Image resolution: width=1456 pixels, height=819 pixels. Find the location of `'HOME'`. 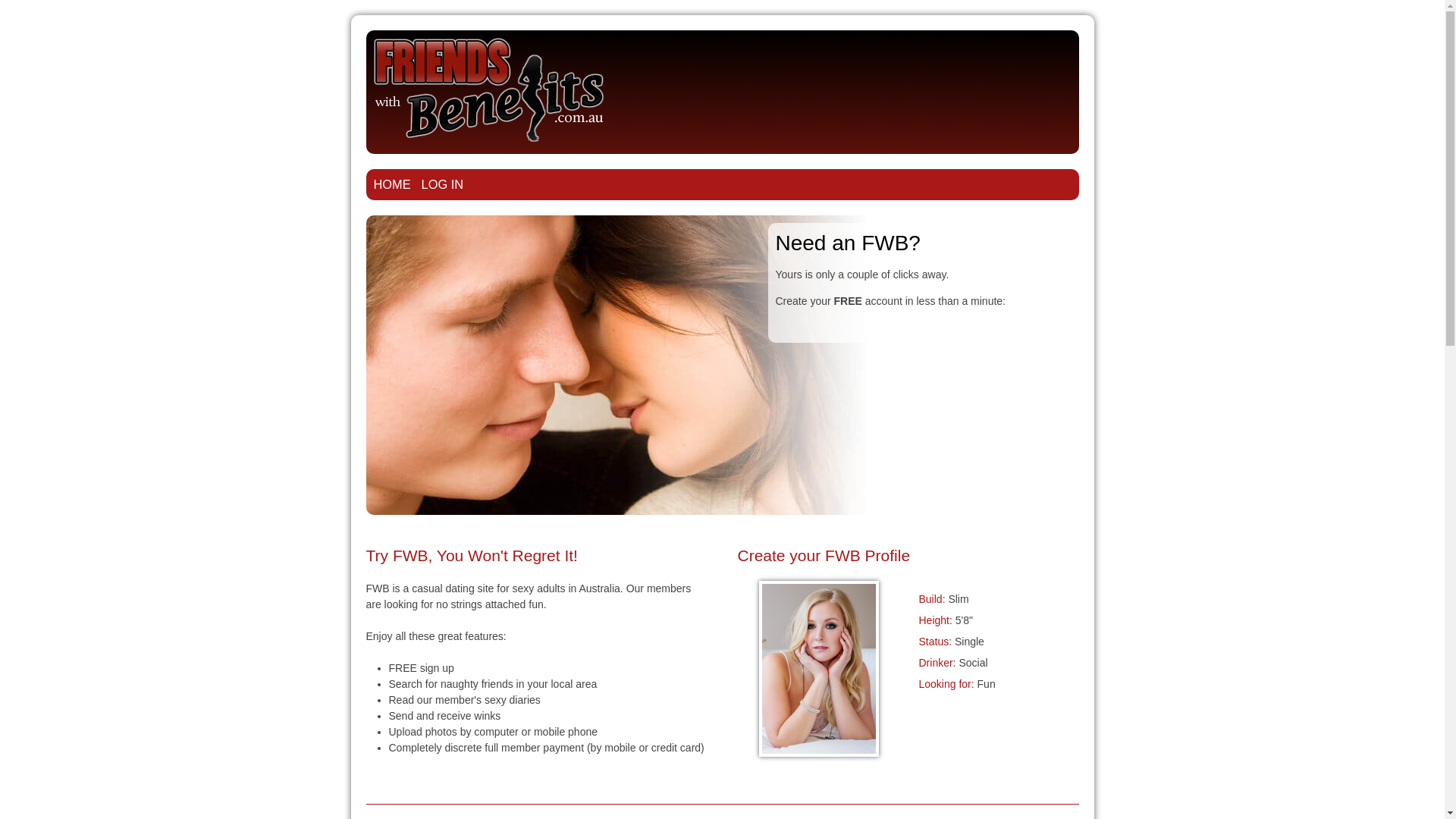

'HOME' is located at coordinates (391, 184).